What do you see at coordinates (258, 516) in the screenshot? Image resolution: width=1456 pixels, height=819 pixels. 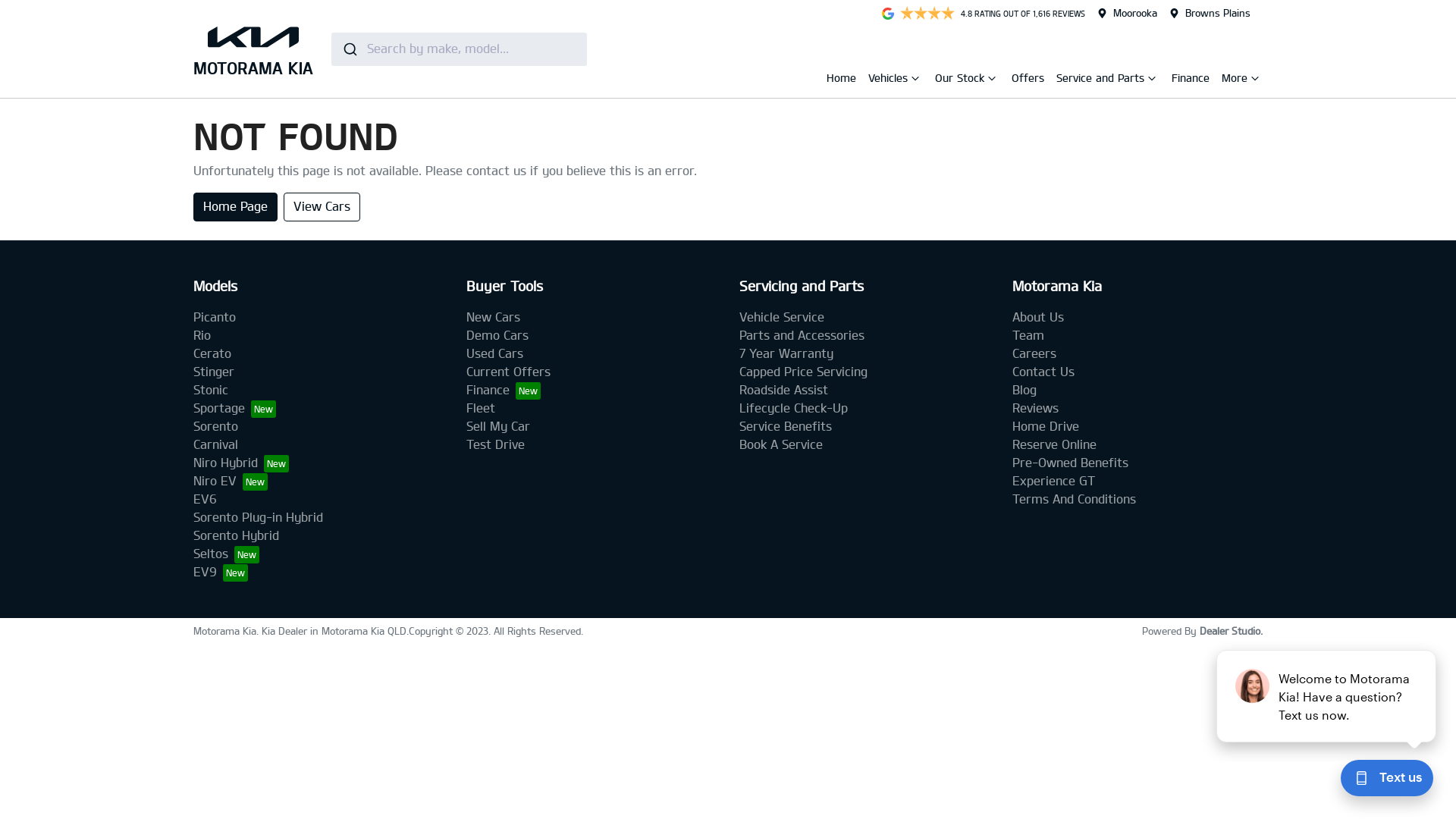 I see `'Sorento Plug-in Hybrid'` at bounding box center [258, 516].